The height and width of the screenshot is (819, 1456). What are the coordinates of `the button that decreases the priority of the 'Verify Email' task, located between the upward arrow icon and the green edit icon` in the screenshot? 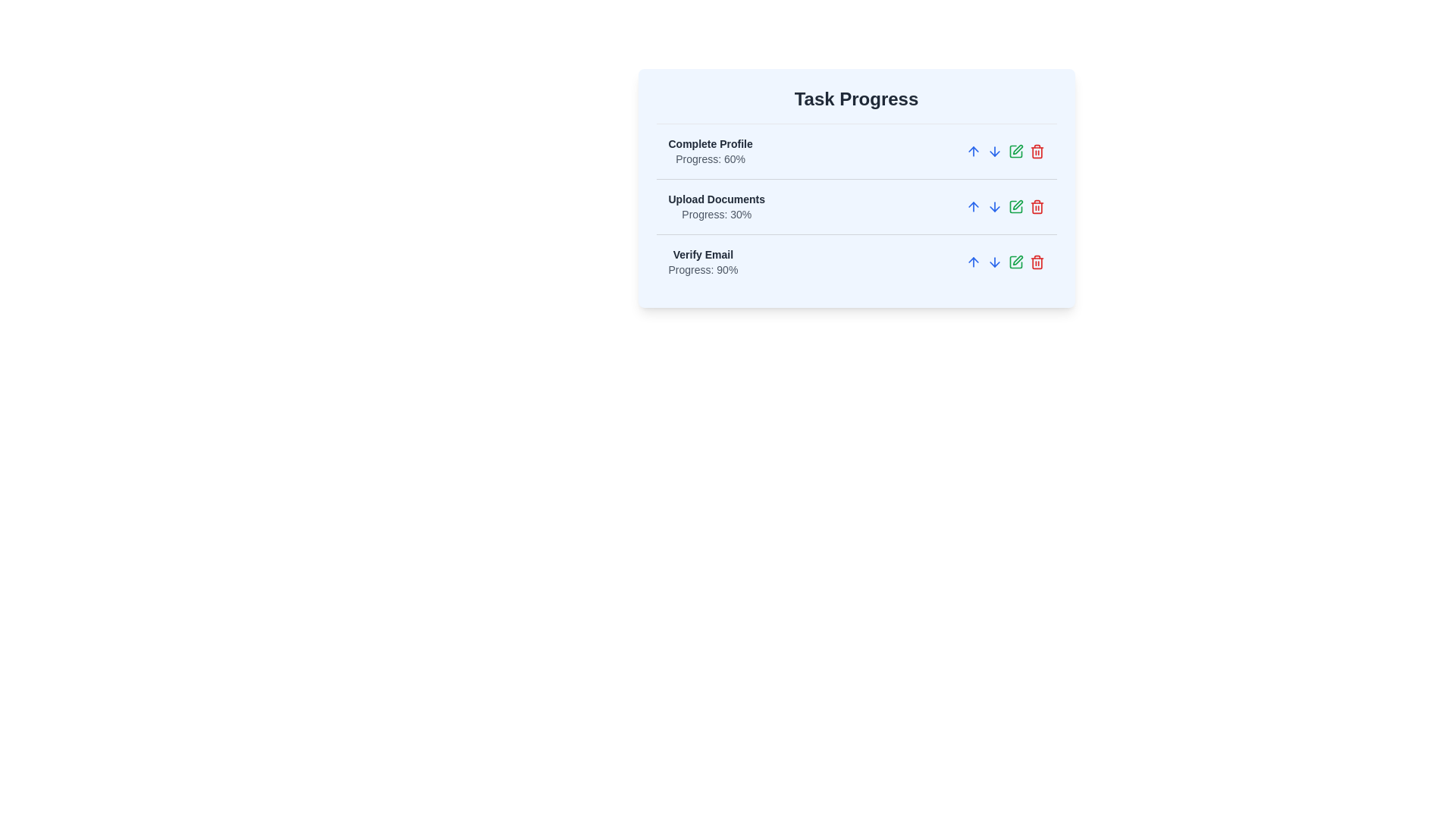 It's located at (994, 262).